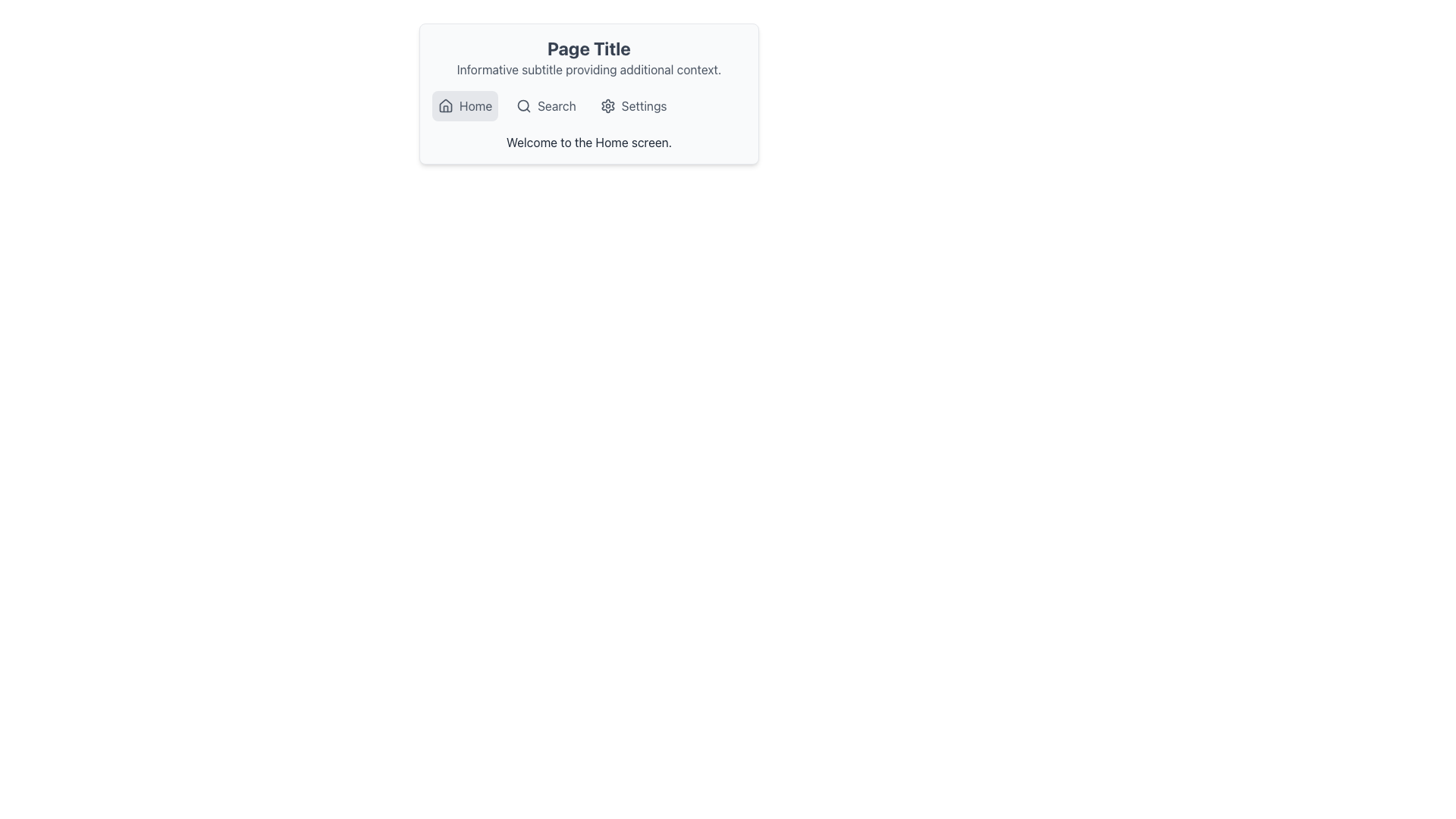  What do you see at coordinates (445, 104) in the screenshot?
I see `the lower portion of the house icon, which is part of the SVG representation located in the top-center area of the user interface, directly above the text labeled 'Home'` at bounding box center [445, 104].